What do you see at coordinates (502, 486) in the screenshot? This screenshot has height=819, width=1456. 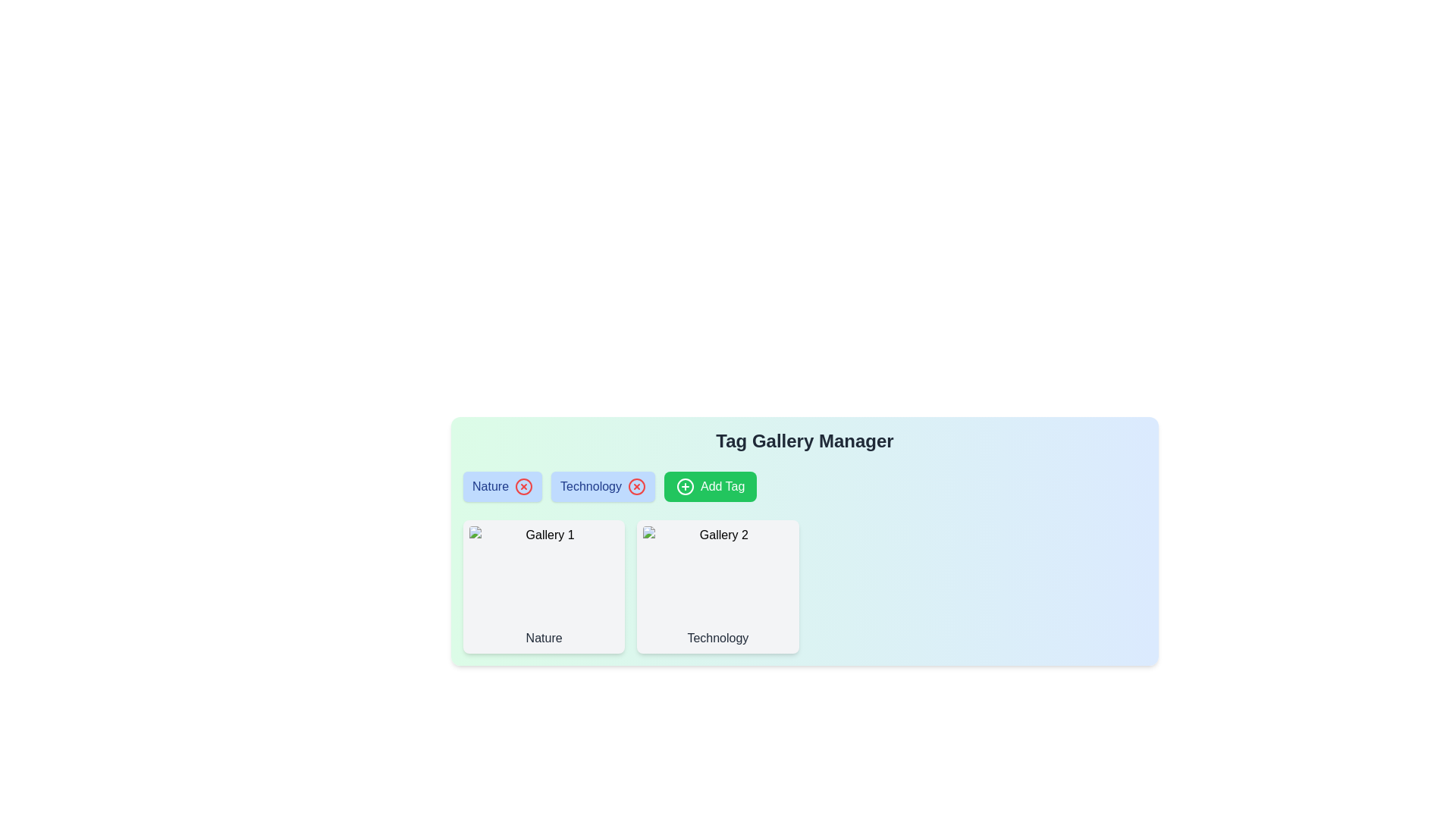 I see `the 'Nature' tag` at bounding box center [502, 486].